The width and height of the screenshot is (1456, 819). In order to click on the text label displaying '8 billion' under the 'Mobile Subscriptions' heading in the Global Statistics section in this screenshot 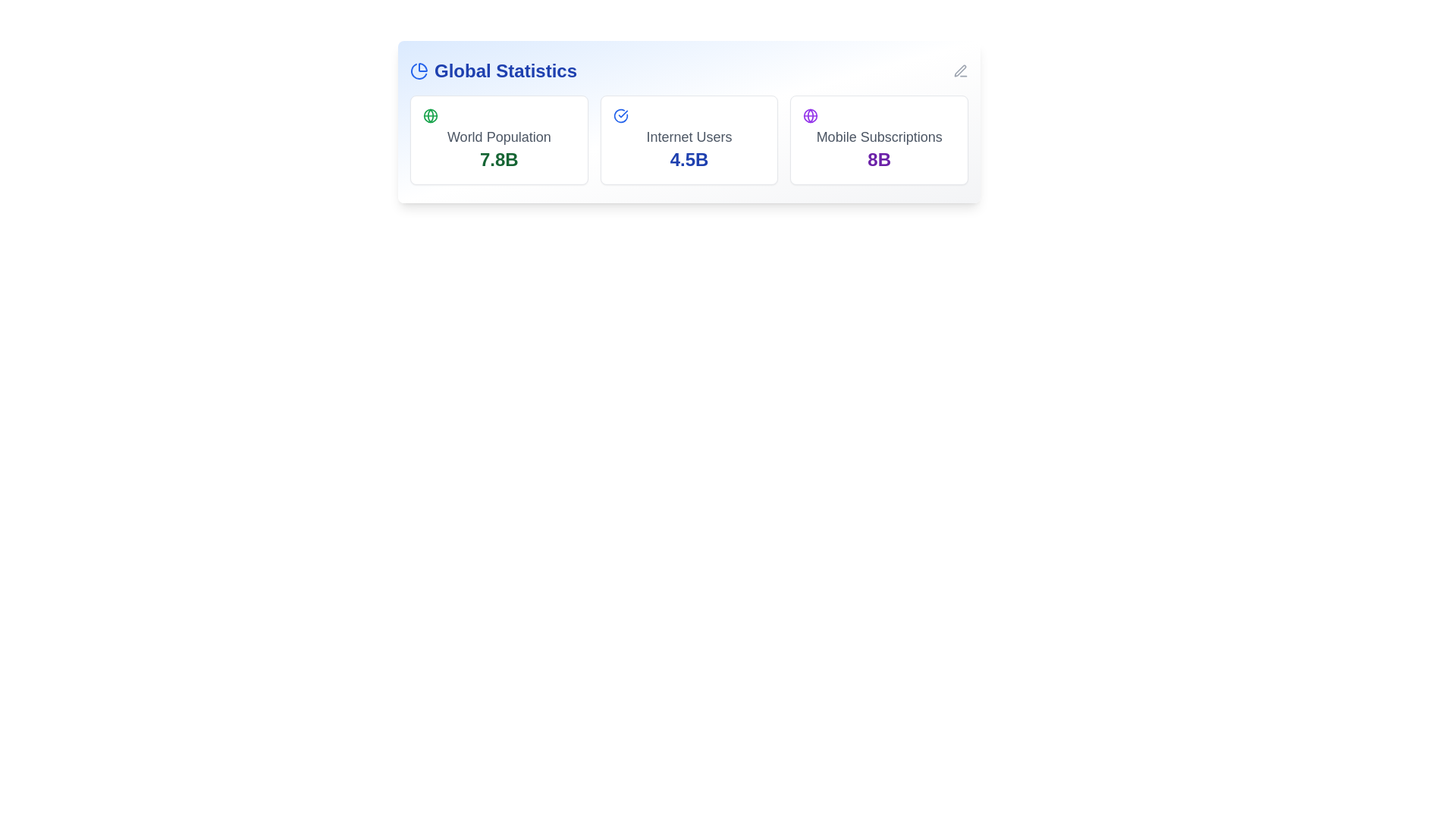, I will do `click(879, 160)`.